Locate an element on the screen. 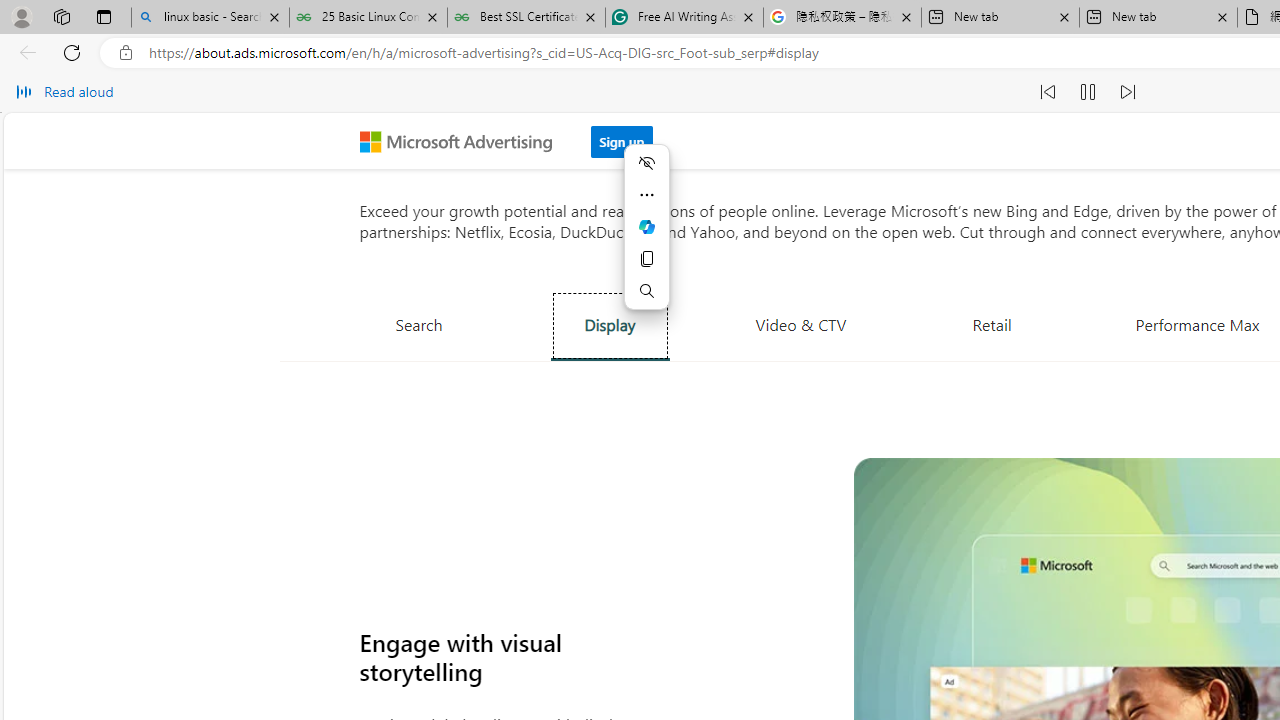  'Performance Max' is located at coordinates (1197, 323).